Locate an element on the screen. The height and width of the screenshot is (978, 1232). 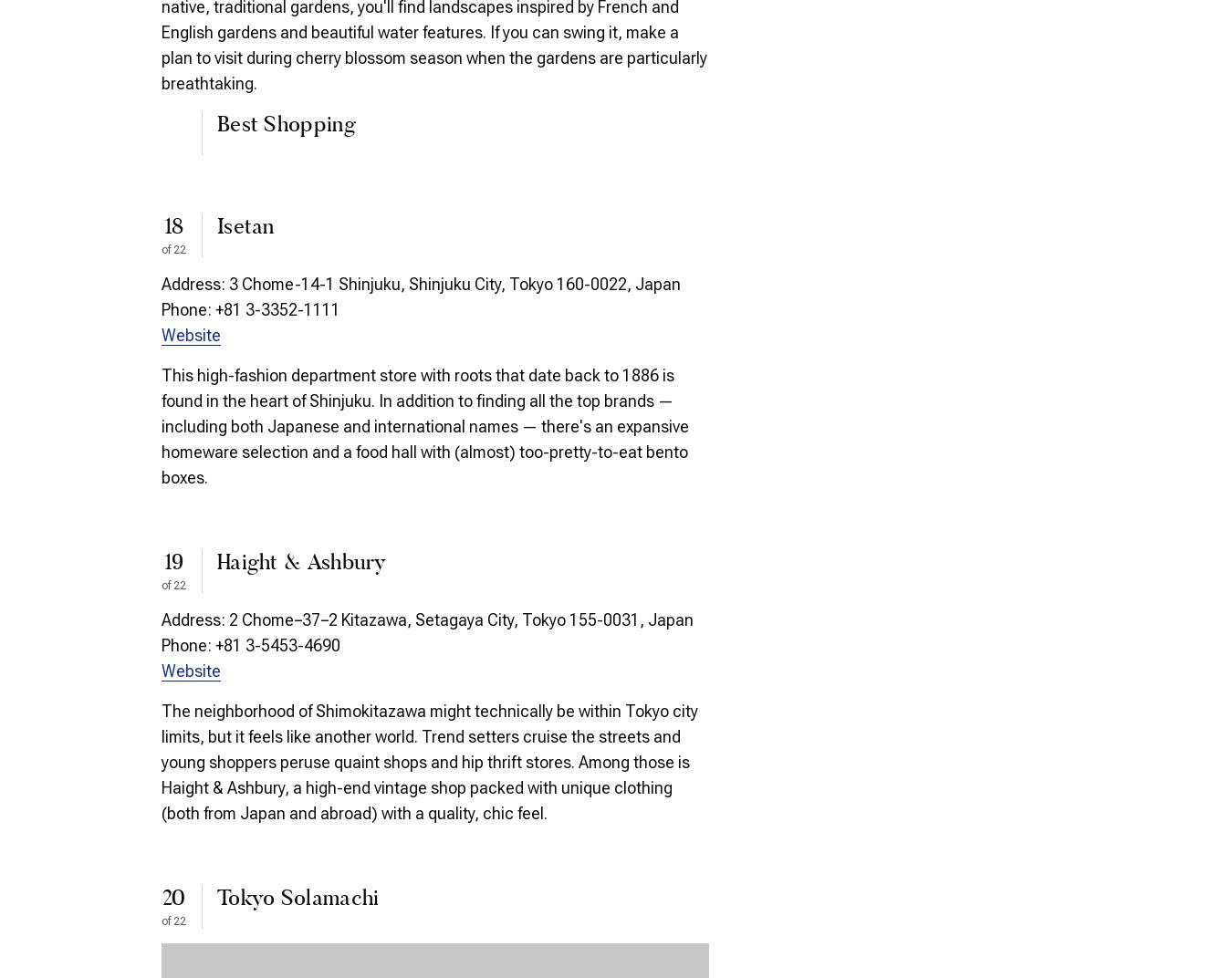
'The neighborhood of Shimokitazawa might technically be within Tokyo city limits, but it feels like another world. Trend setters cruise the streets and young shoppers peruse quaint shops and hip thrift stores. Among those is Haight & Ashbury, a high-end vintage shop packed with unique clothing (both from Japan and abroad) with a quality, chic feel.' is located at coordinates (429, 760).